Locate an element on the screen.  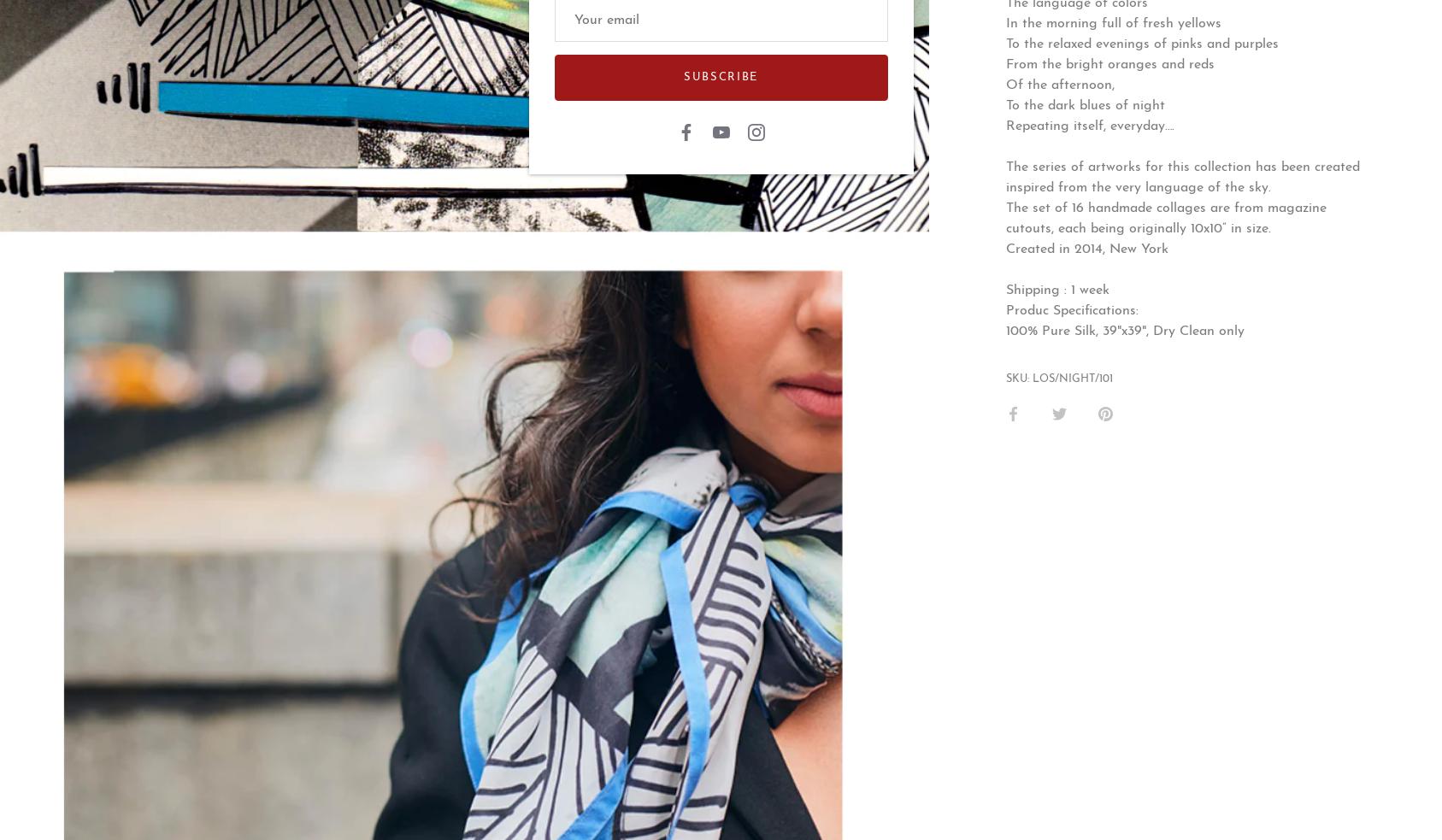
'Shipping : 1 week' is located at coordinates (1058, 290).